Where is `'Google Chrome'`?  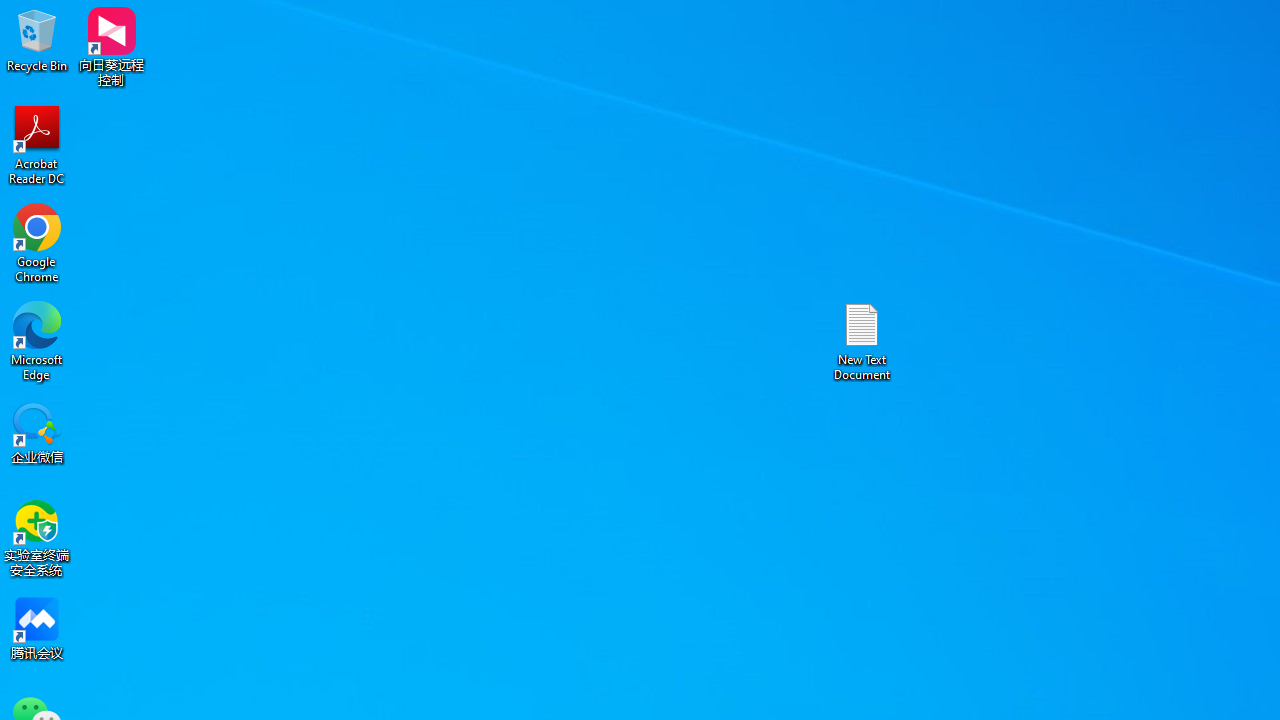
'Google Chrome' is located at coordinates (37, 242).